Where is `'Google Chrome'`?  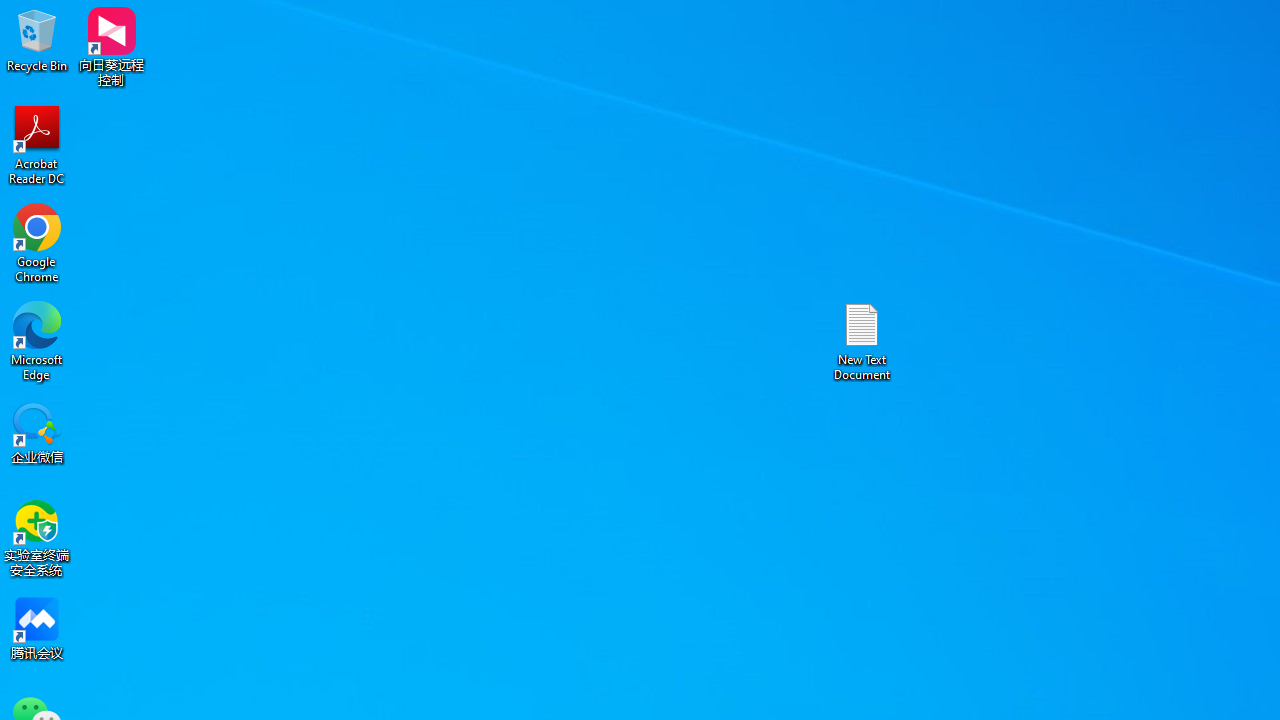
'Google Chrome' is located at coordinates (37, 242).